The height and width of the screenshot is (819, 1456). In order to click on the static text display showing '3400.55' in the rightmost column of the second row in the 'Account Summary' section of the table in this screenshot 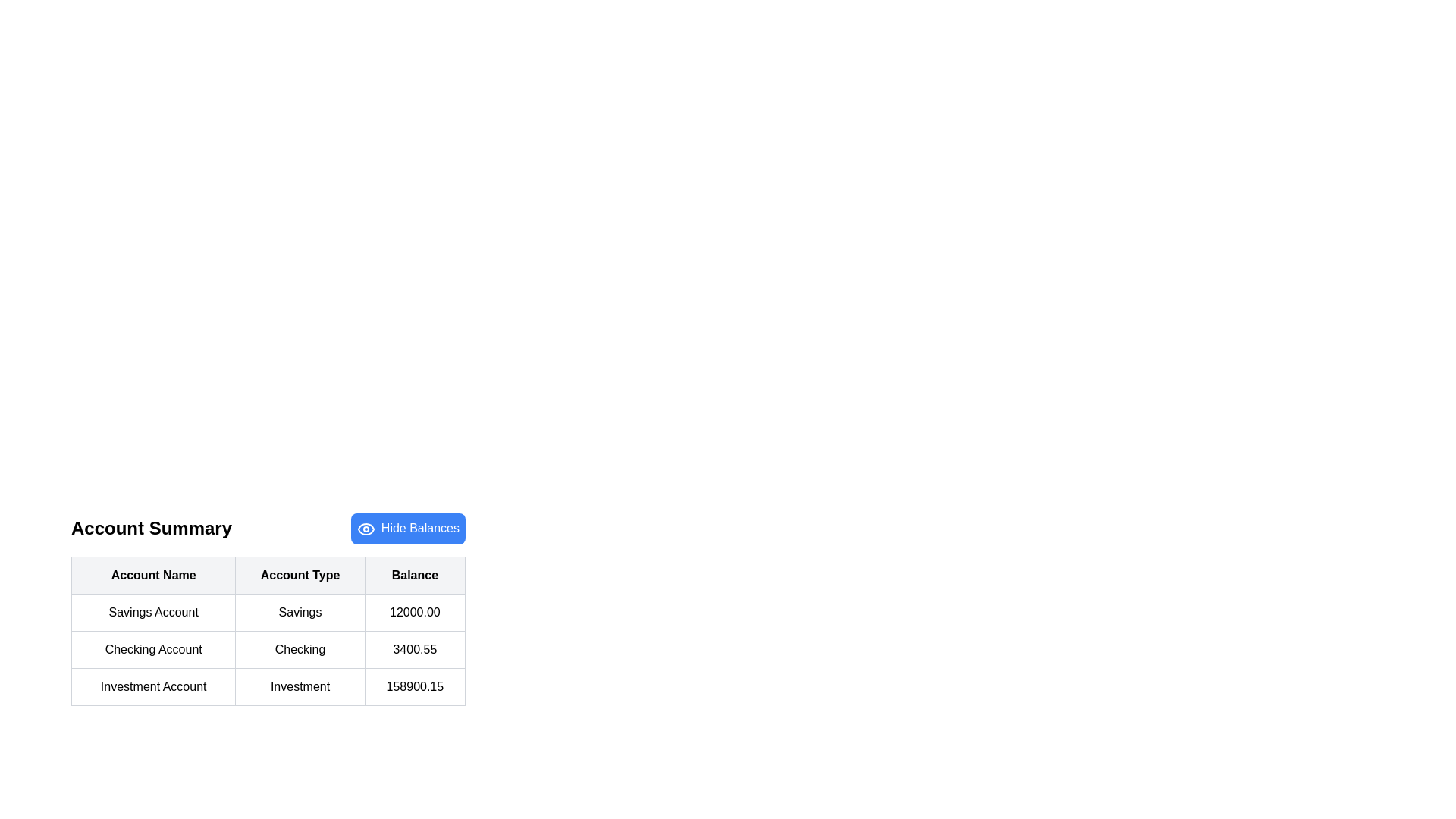, I will do `click(415, 648)`.